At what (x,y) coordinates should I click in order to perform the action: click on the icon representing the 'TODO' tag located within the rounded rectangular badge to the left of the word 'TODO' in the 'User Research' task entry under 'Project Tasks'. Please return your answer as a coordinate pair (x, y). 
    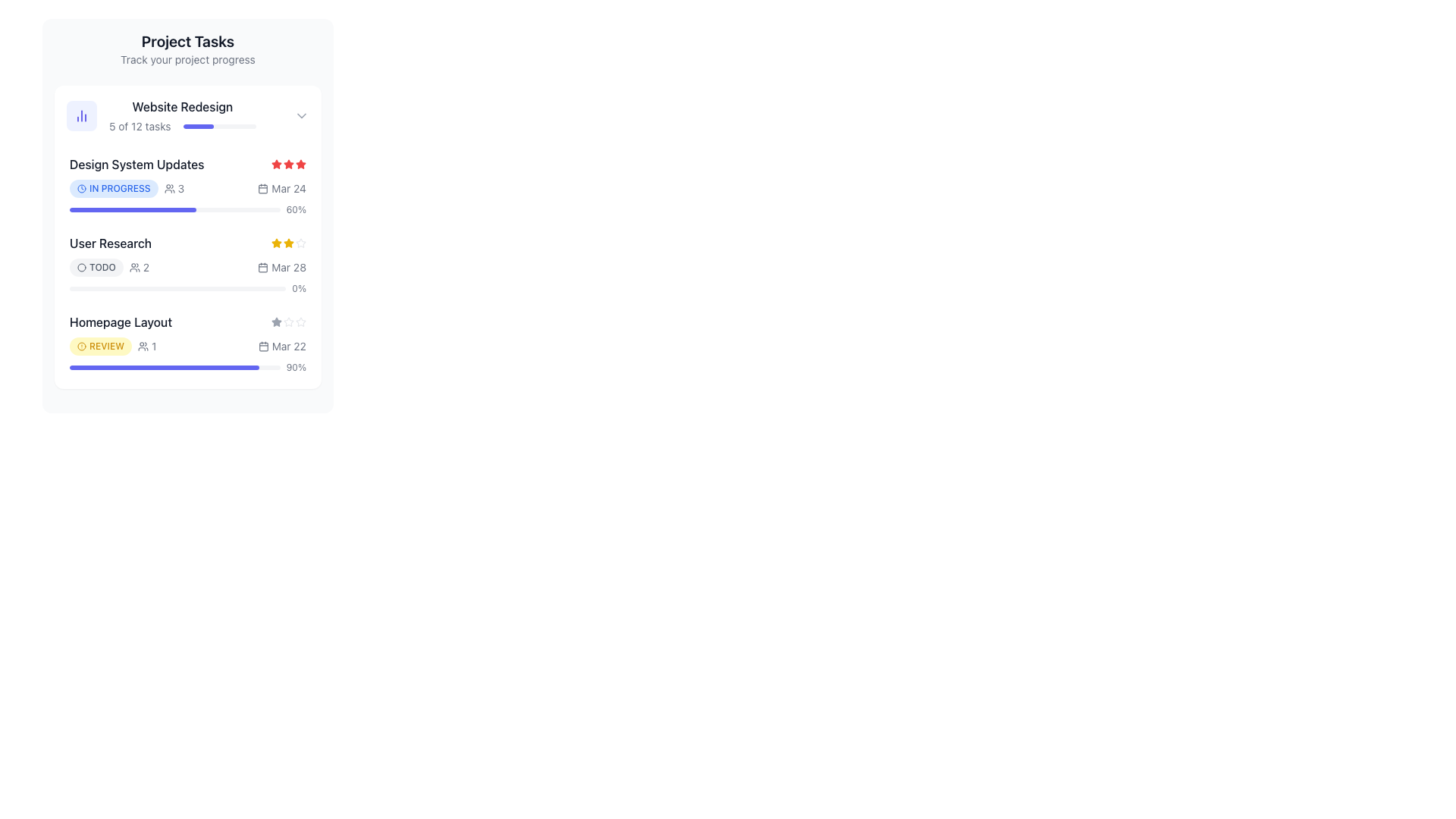
    Looking at the image, I should click on (81, 267).